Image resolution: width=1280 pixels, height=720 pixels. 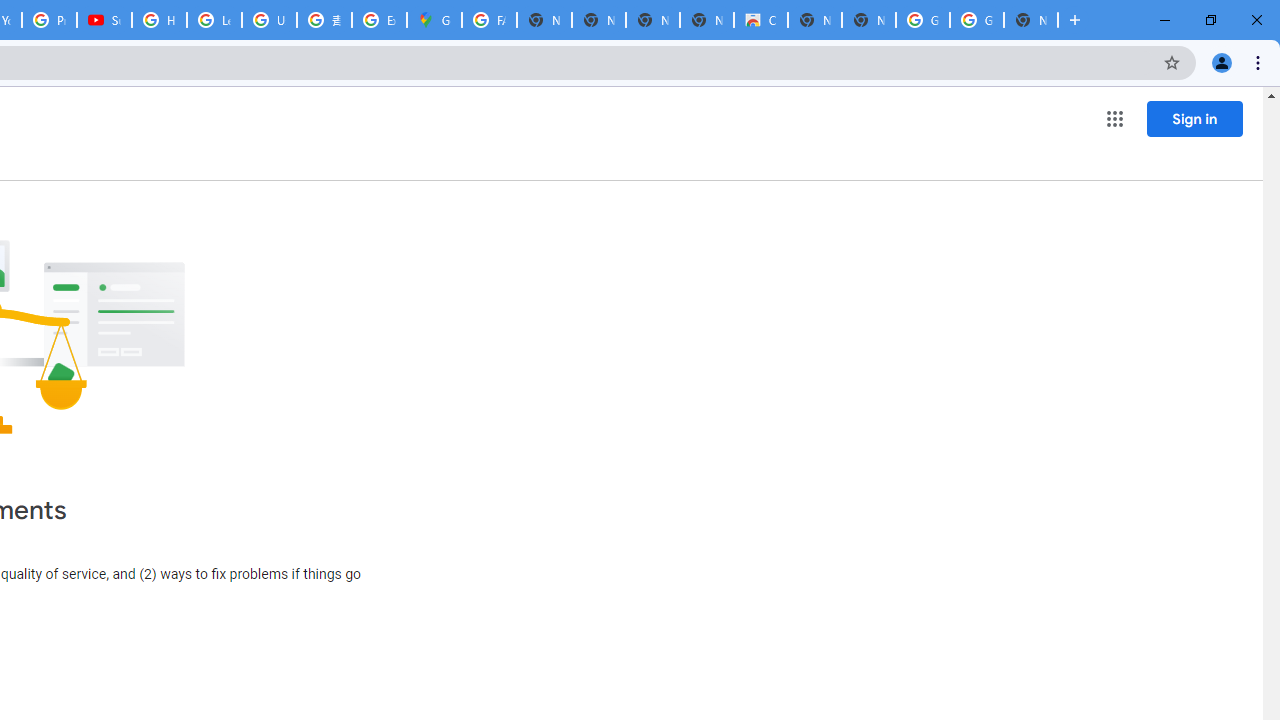 I want to click on 'New Tab', so click(x=1031, y=20).